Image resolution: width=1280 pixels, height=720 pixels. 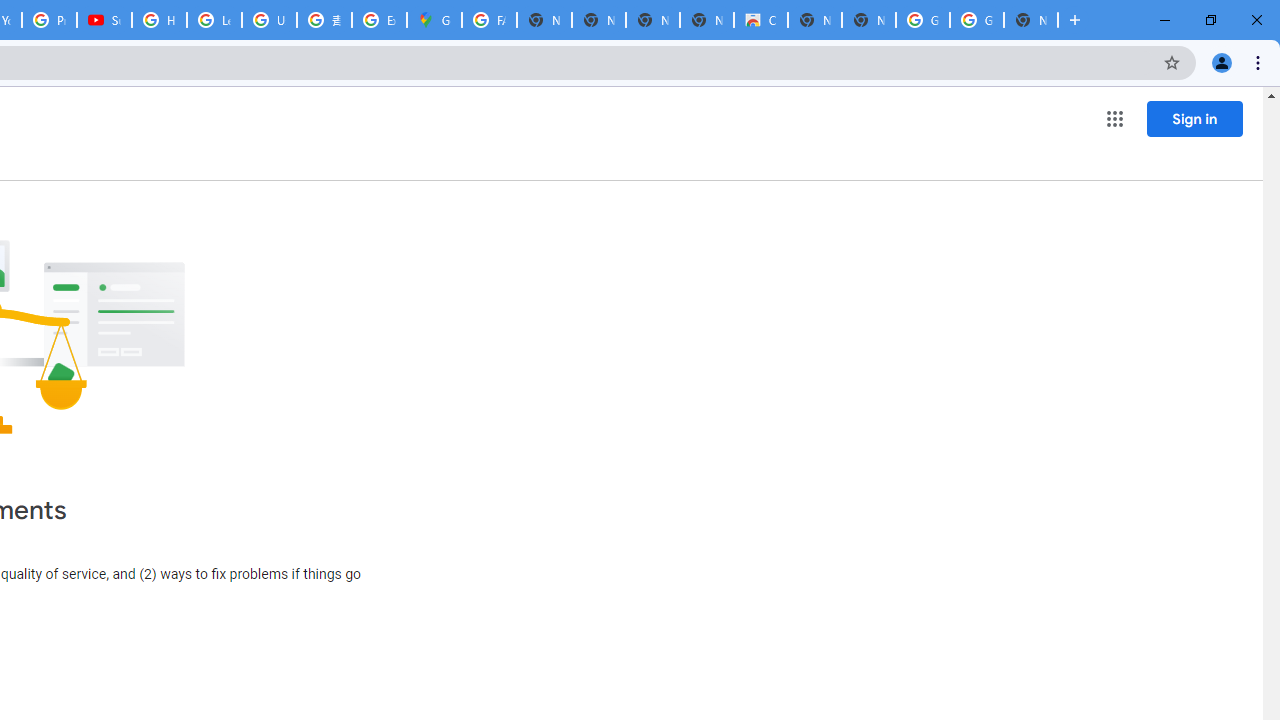 I want to click on 'New Tab', so click(x=1031, y=20).